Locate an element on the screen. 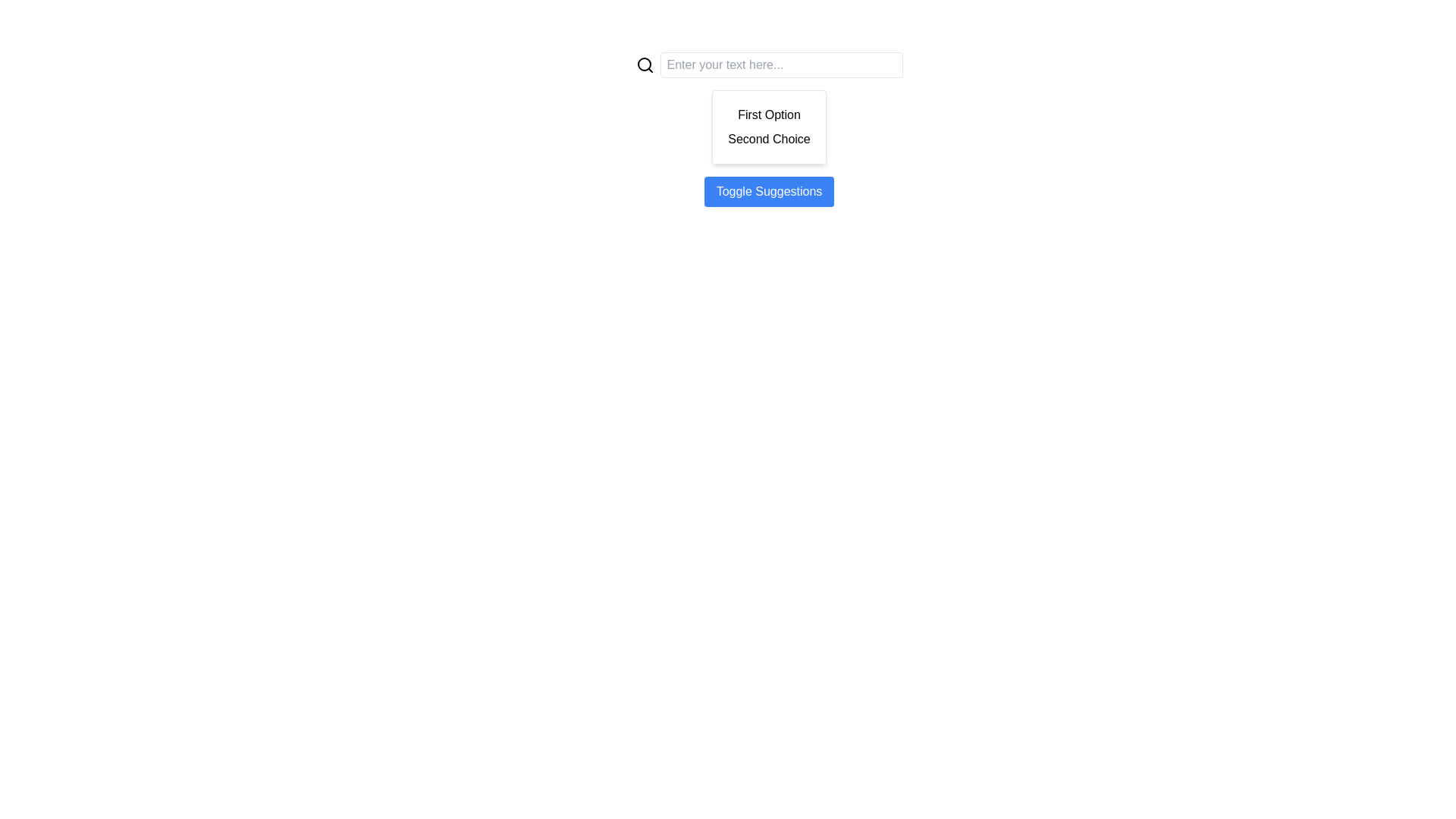 This screenshot has height=819, width=1456. the 'Second Choice' list item is located at coordinates (769, 140).